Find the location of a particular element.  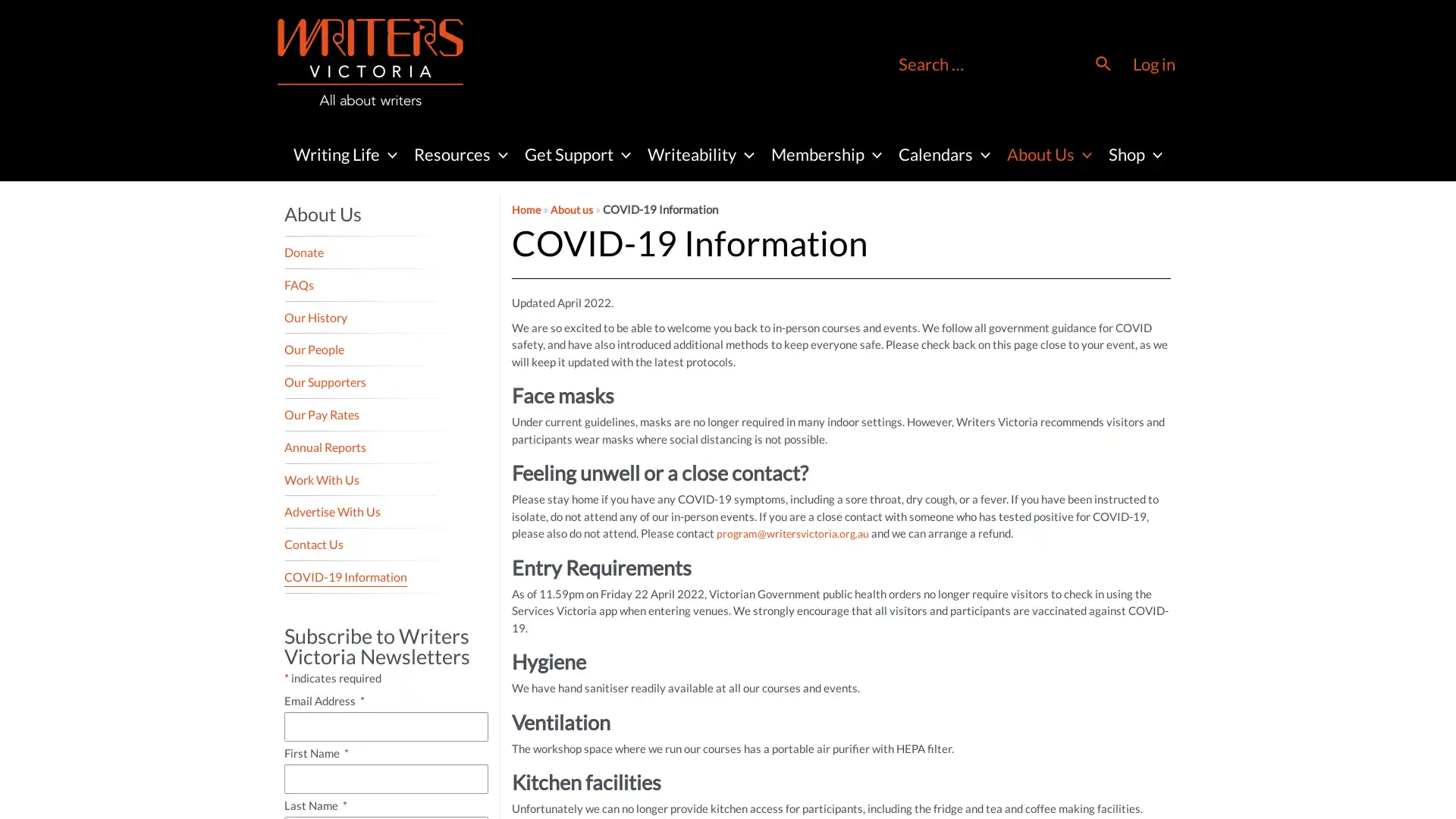

Search is located at coordinates (1103, 63).